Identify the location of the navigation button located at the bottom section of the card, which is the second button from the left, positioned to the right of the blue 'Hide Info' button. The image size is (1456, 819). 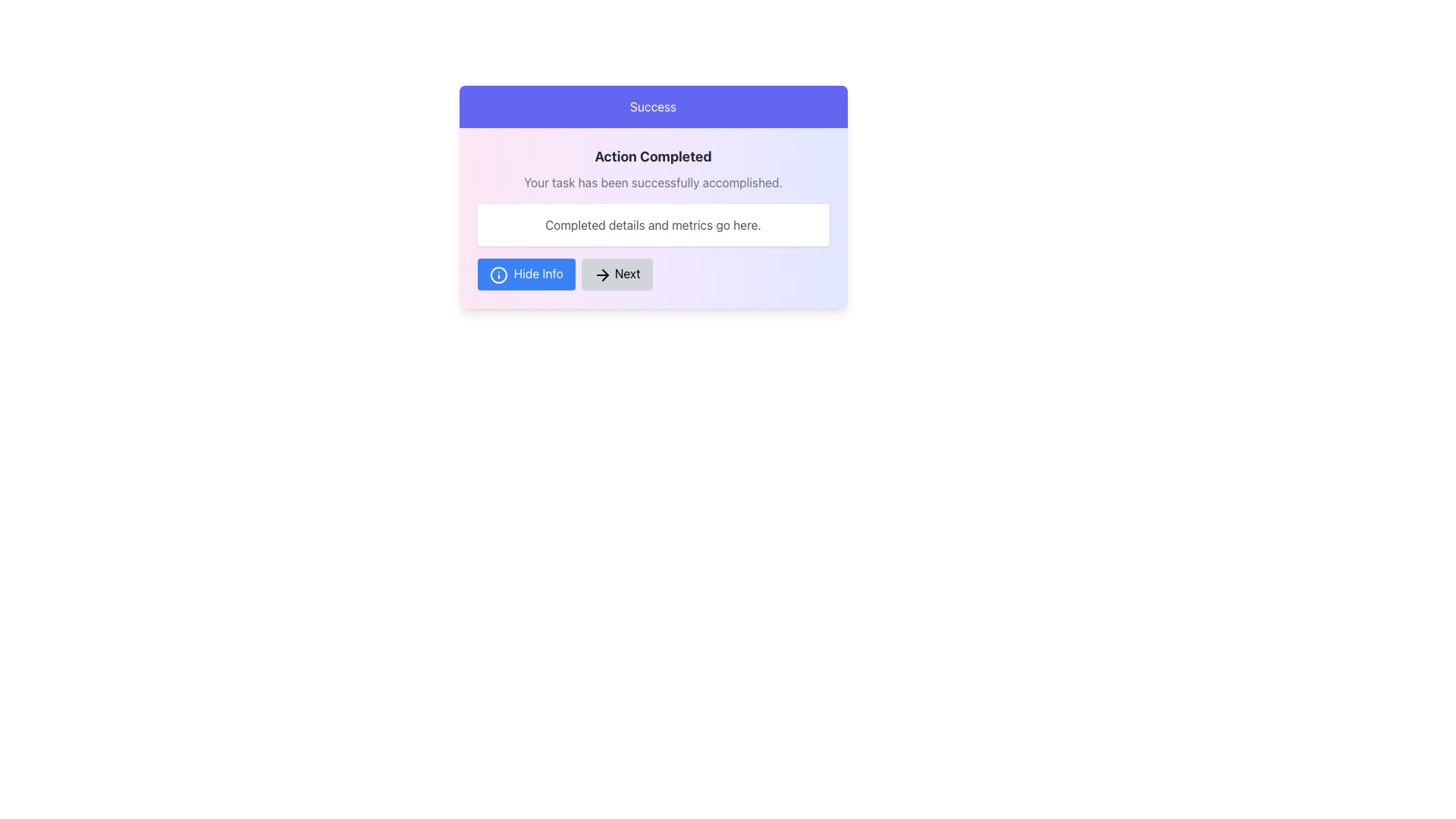
(617, 274).